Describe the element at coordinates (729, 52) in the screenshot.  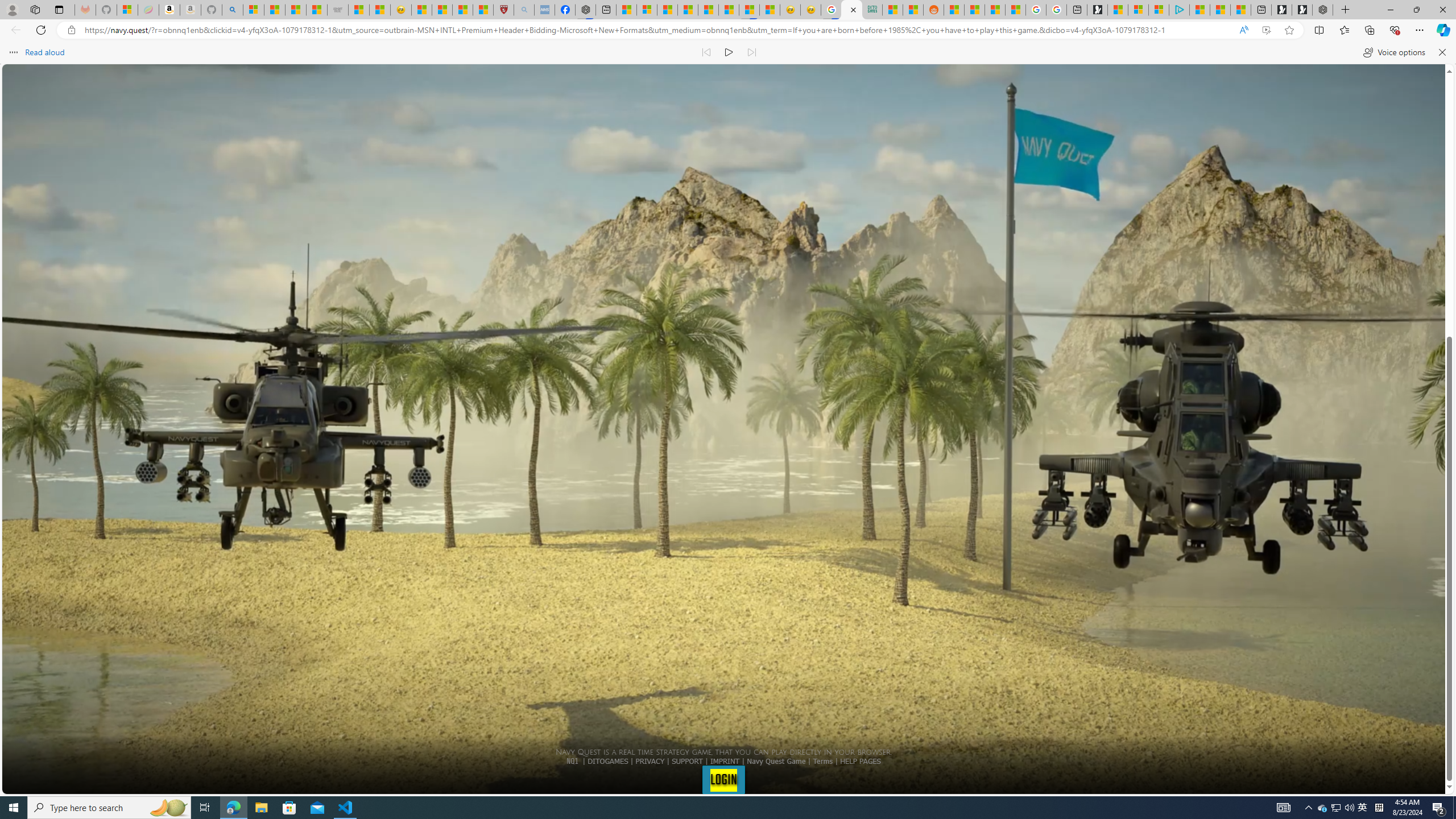
I see `'Continue to read aloud (Ctrl+Shift+U)'` at that location.